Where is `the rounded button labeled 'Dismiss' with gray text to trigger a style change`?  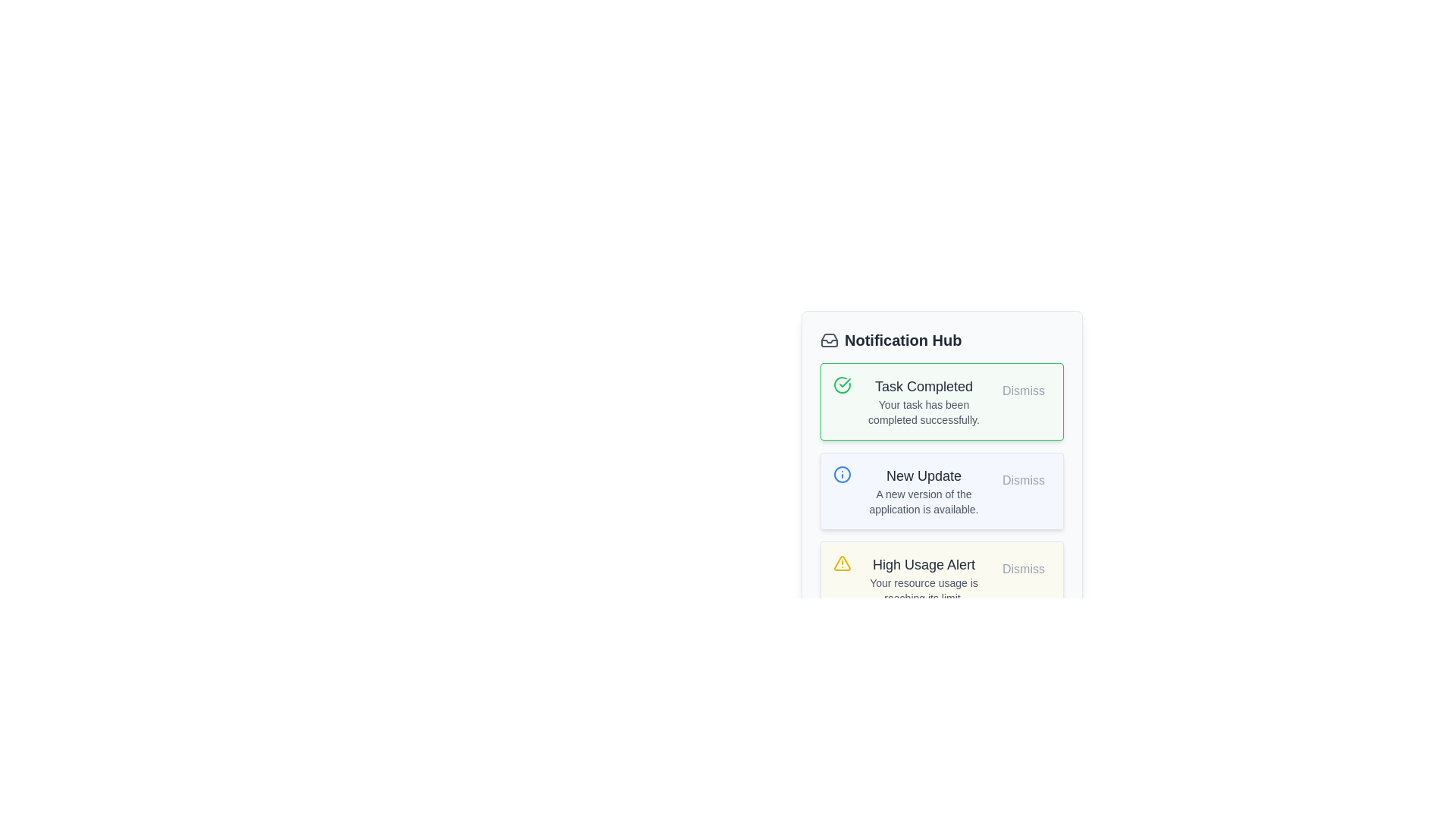 the rounded button labeled 'Dismiss' with gray text to trigger a style change is located at coordinates (1023, 391).